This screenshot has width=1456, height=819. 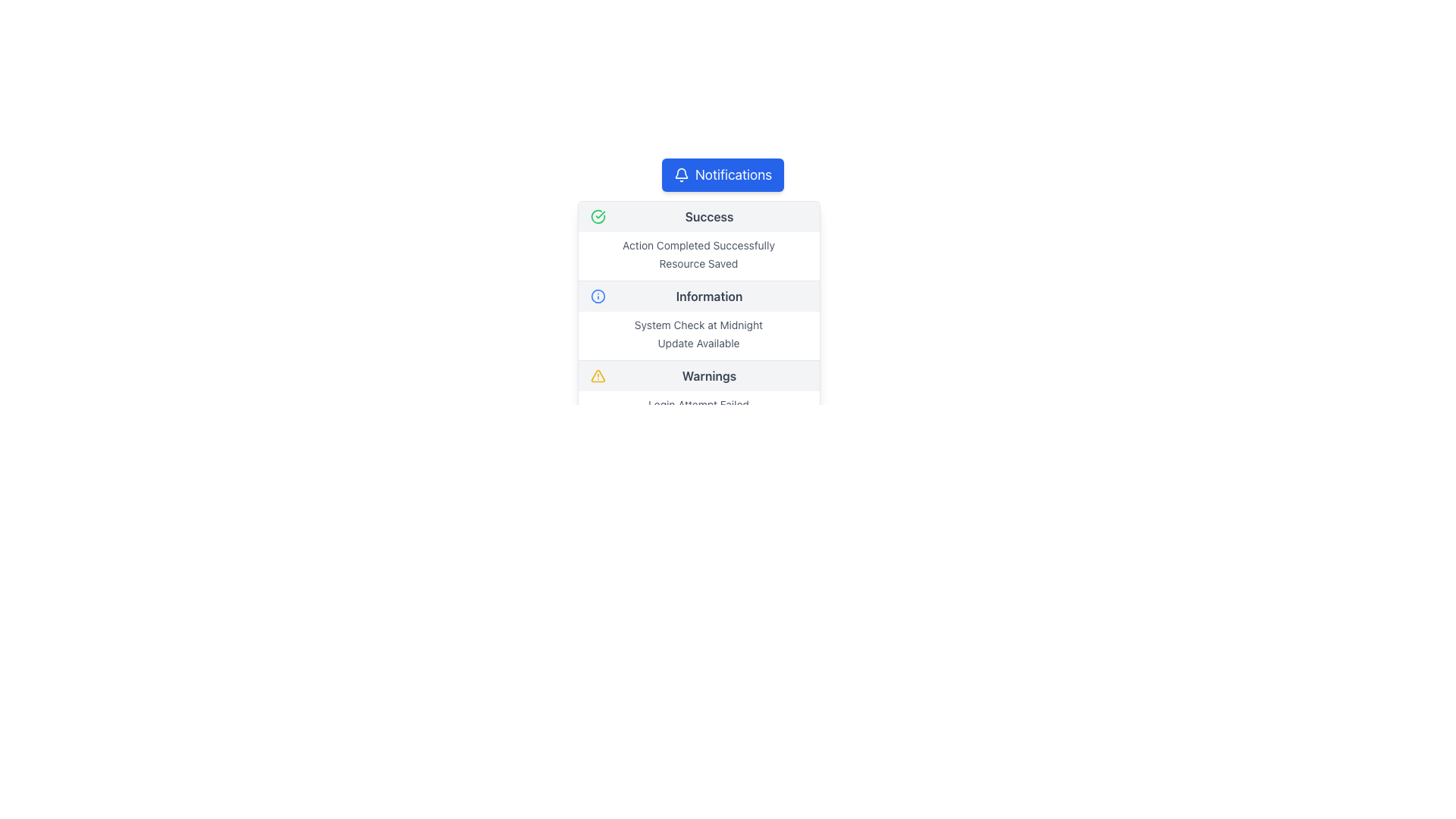 I want to click on the notification bell icon located at the top center of the notification section above the 'Notifications' text label, so click(x=680, y=172).